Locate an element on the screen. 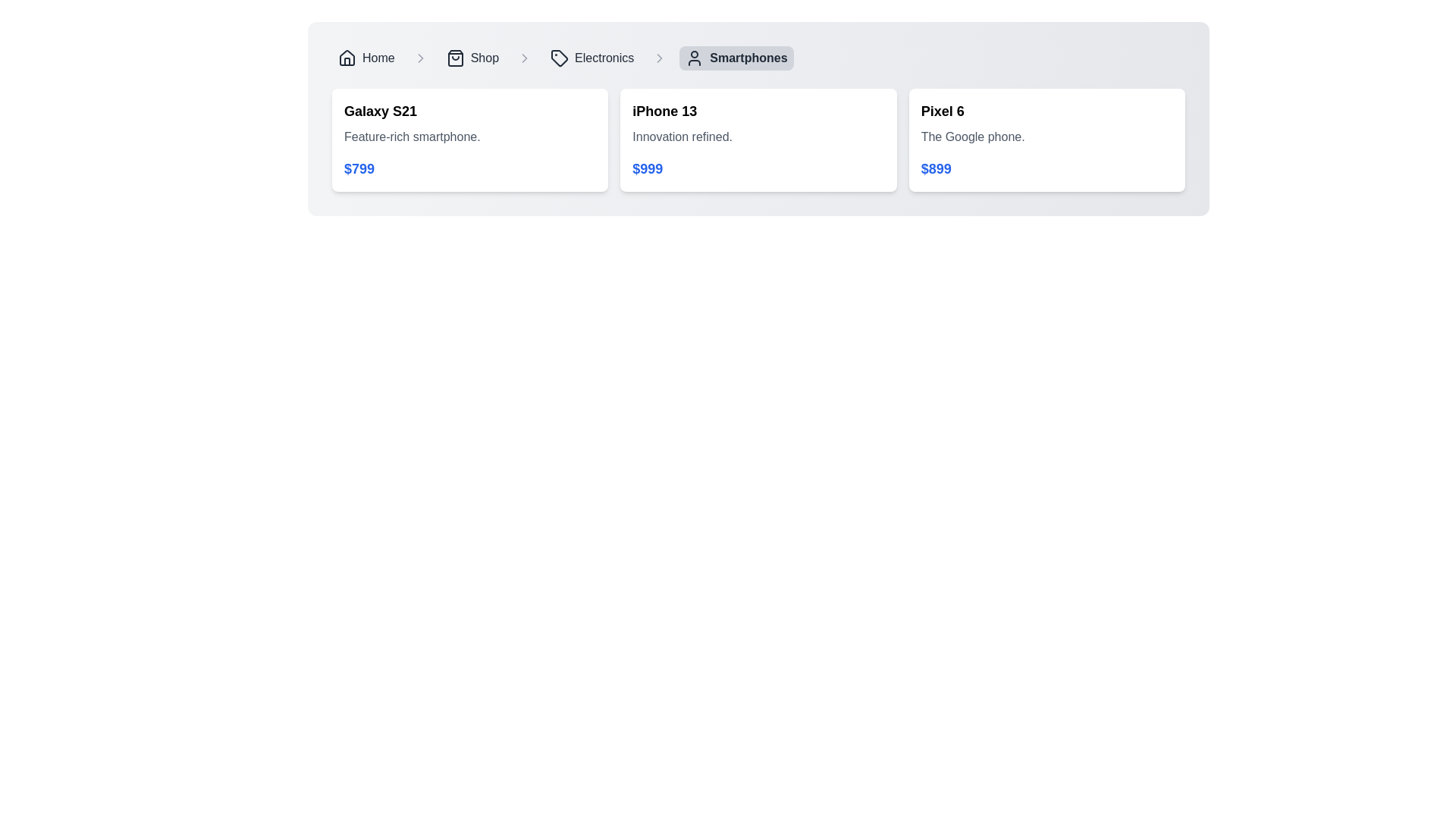  the 'Electronics' icon located in the breadcrumb navigation bar, which serves as a visual representation for the navigation item is located at coordinates (559, 58).